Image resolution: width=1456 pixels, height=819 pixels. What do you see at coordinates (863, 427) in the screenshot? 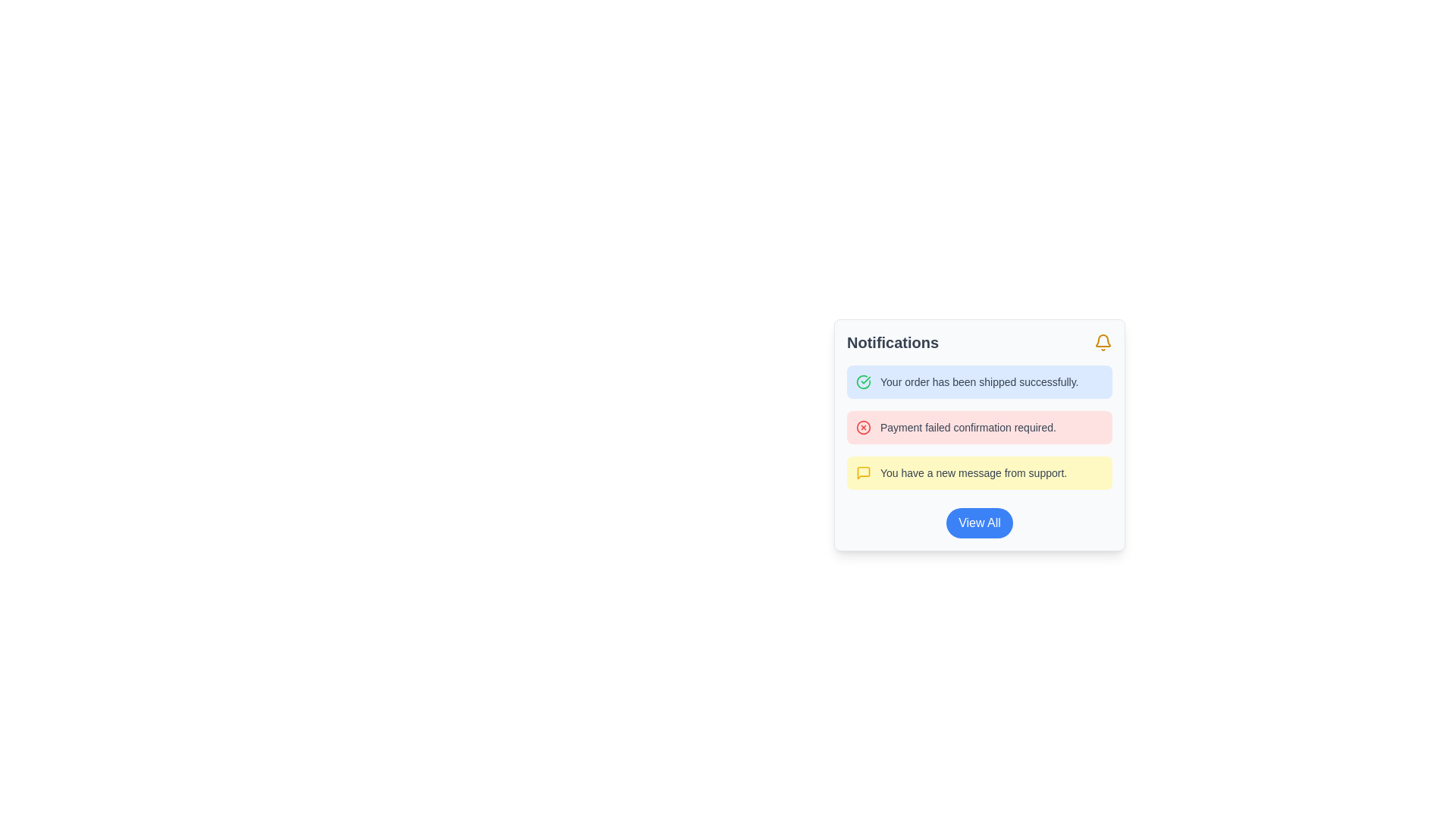
I see `the error icon indicating a failure message within the red-highlighted notification box, positioned to the left of the text 'Payment failed confirmation required.'` at bounding box center [863, 427].